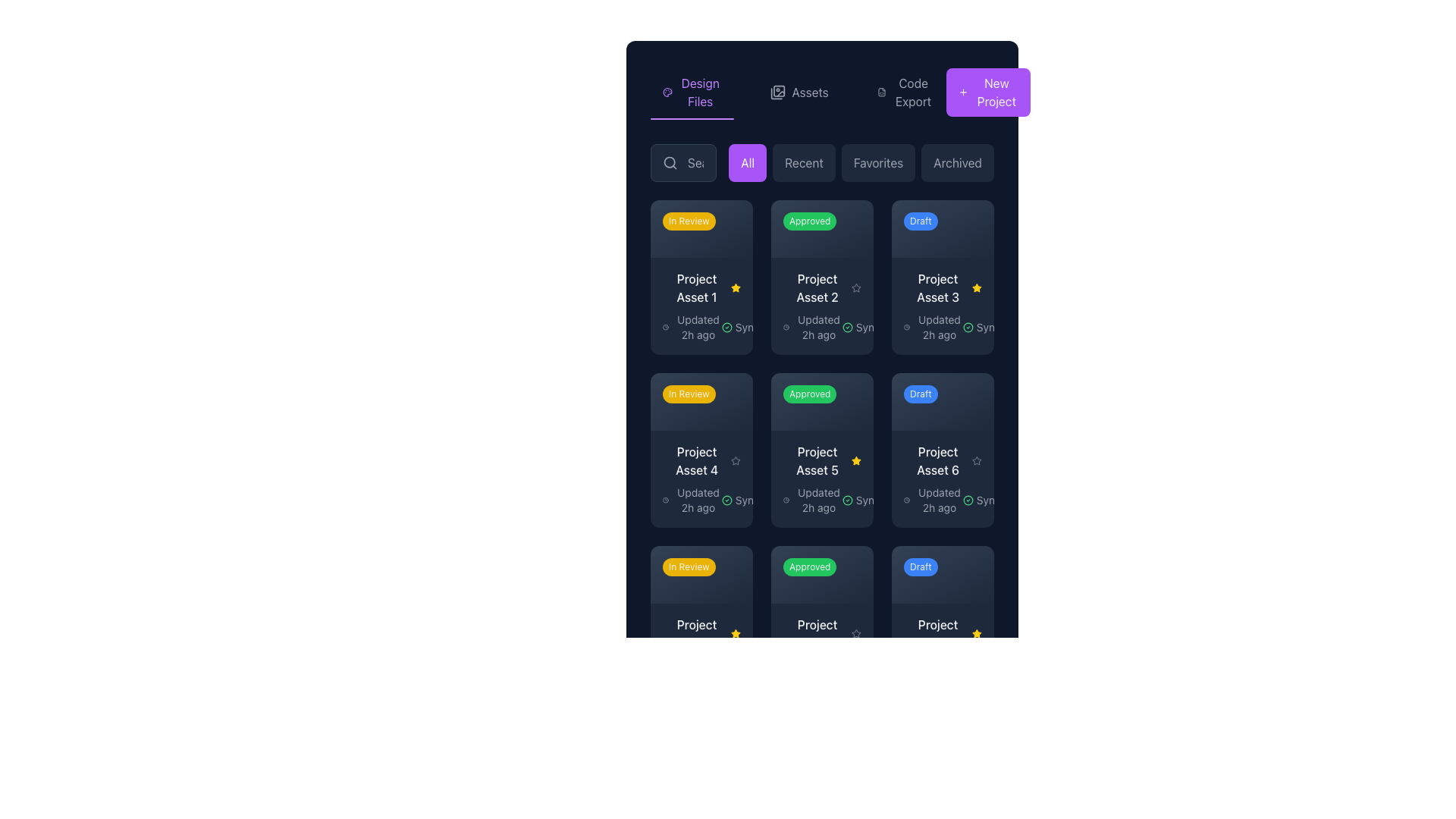 This screenshot has width=1456, height=819. I want to click on the text label 'Updated 2h agoSync' with accompanying icons, located in the bottom part of the card labeled 'Project Asset 4', so click(701, 500).